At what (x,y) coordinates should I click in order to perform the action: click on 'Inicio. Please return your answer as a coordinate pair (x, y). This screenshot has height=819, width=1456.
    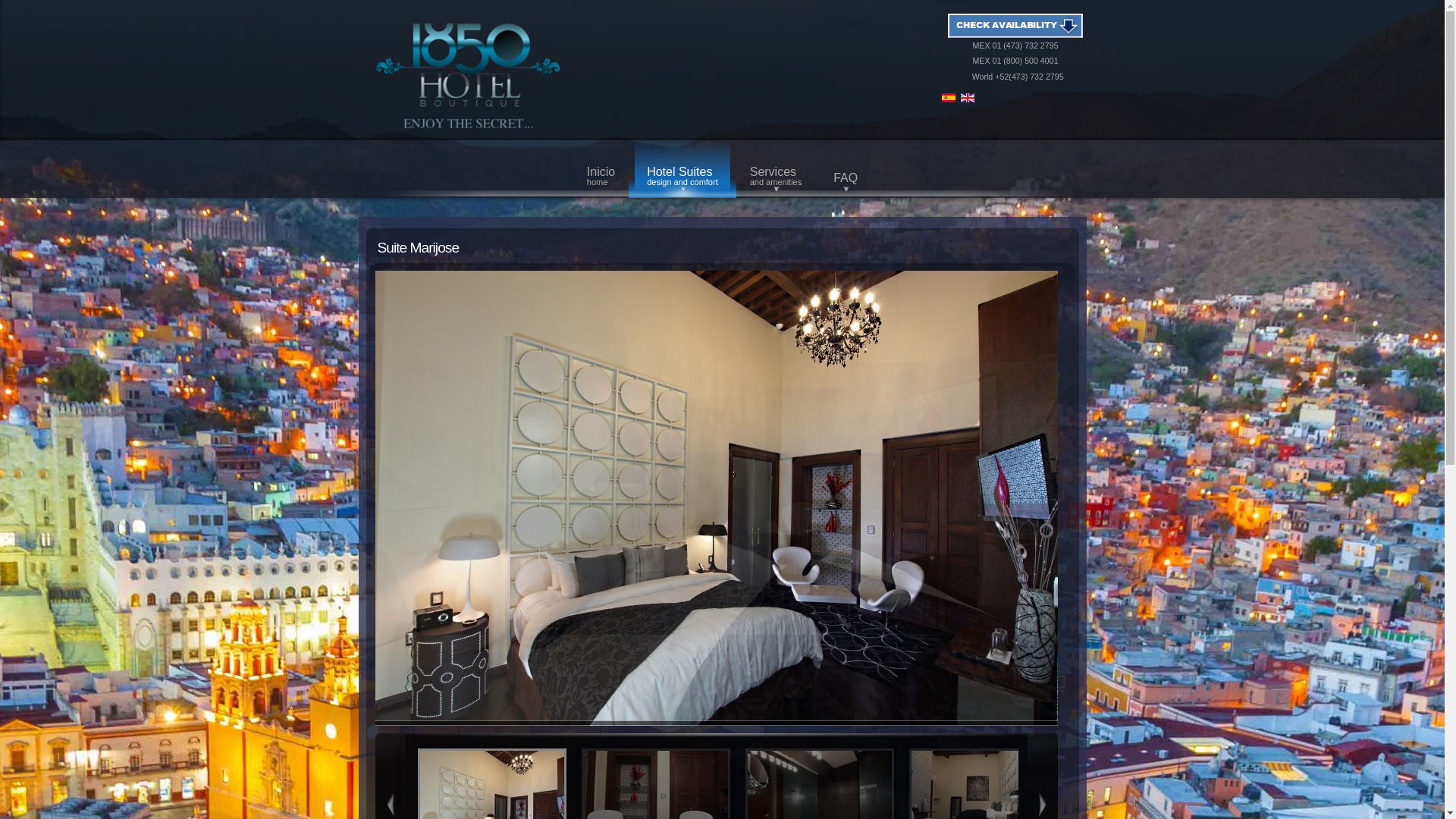
    Looking at the image, I should click on (600, 169).